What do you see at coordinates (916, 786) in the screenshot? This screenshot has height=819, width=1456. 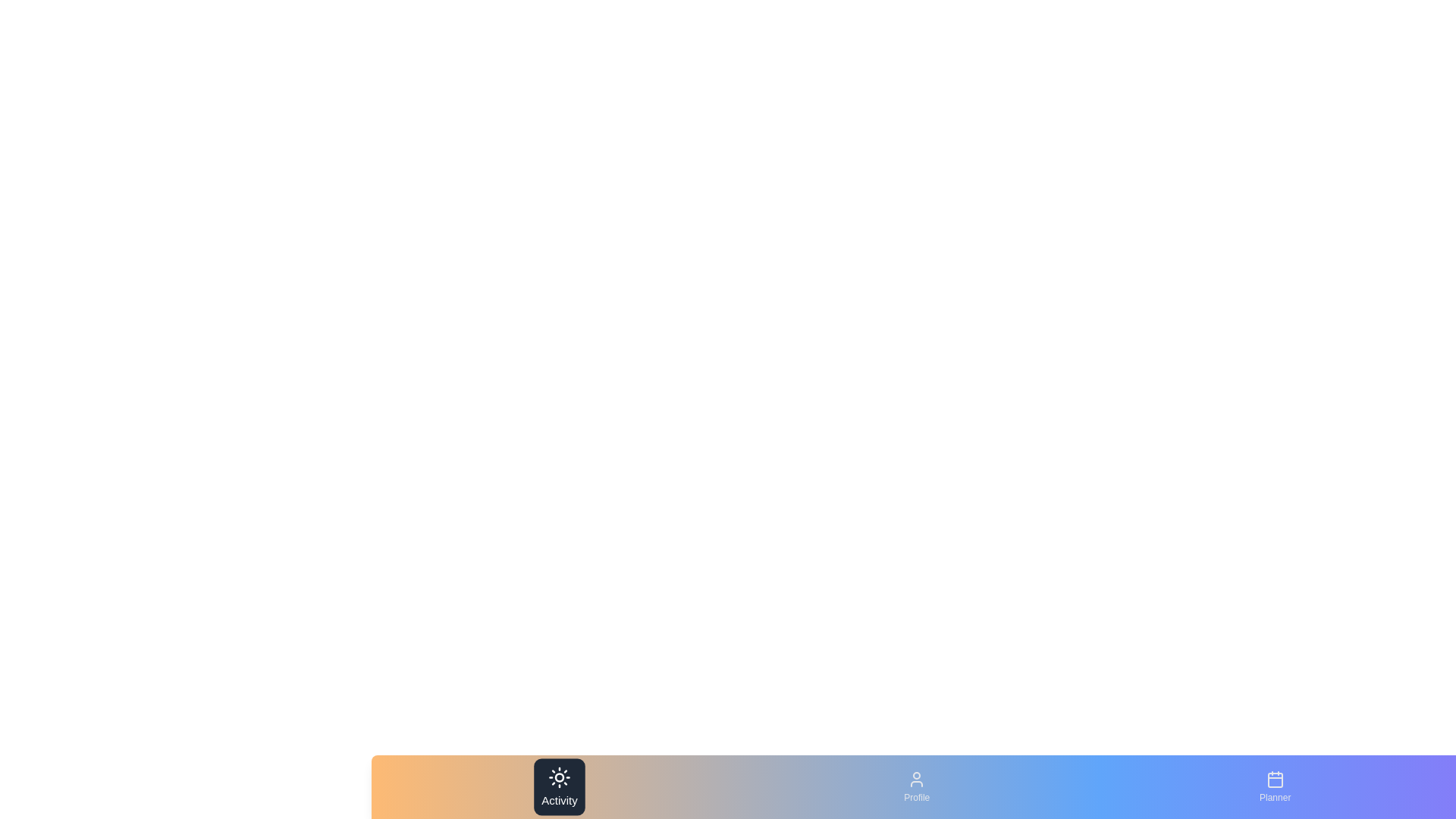 I see `the navigation bar element labeled Profile` at bounding box center [916, 786].